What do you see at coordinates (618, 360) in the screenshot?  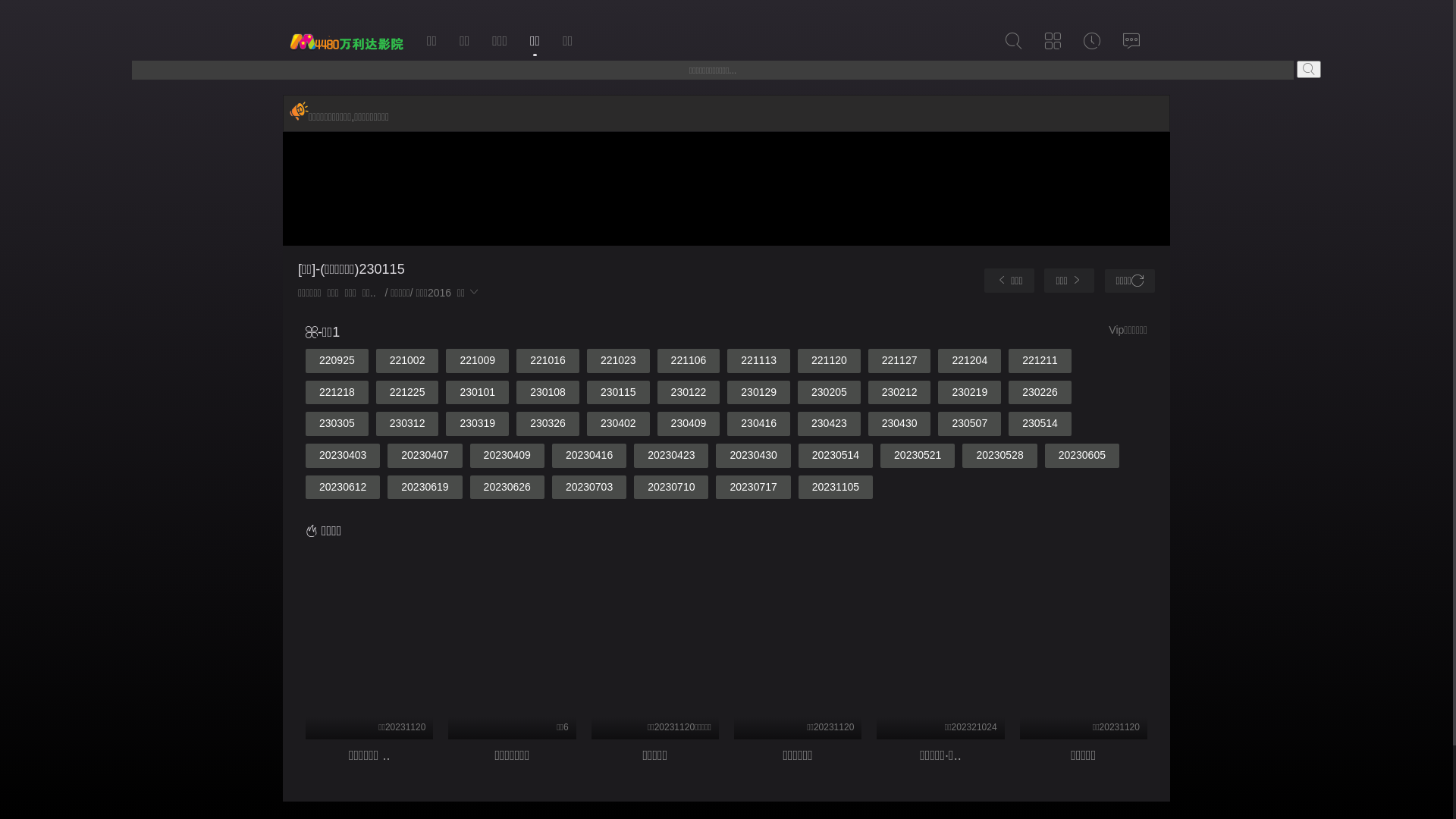 I see `'221023'` at bounding box center [618, 360].